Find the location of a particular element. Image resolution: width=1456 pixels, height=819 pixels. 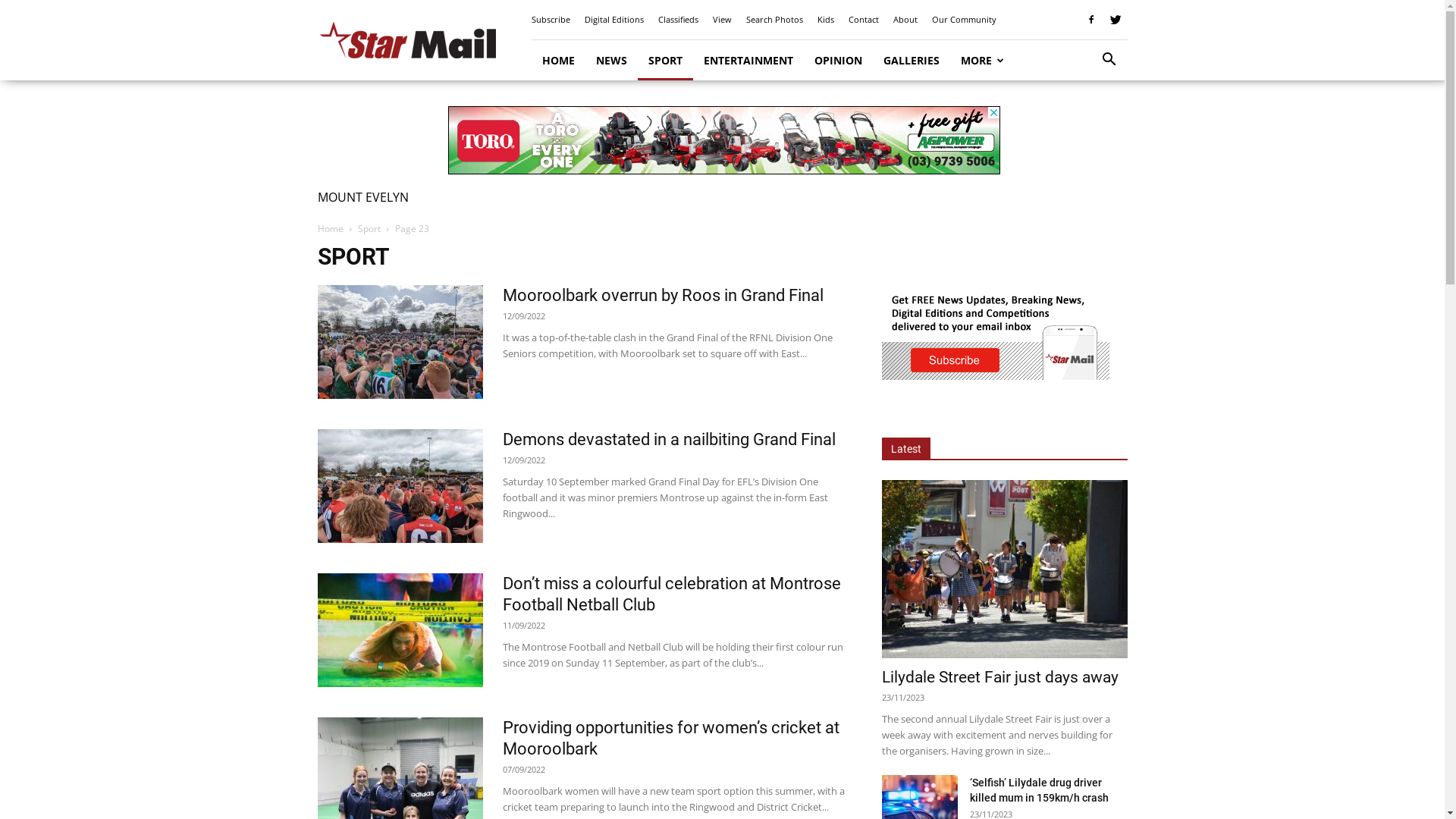

'GALLERIES' is located at coordinates (910, 59).